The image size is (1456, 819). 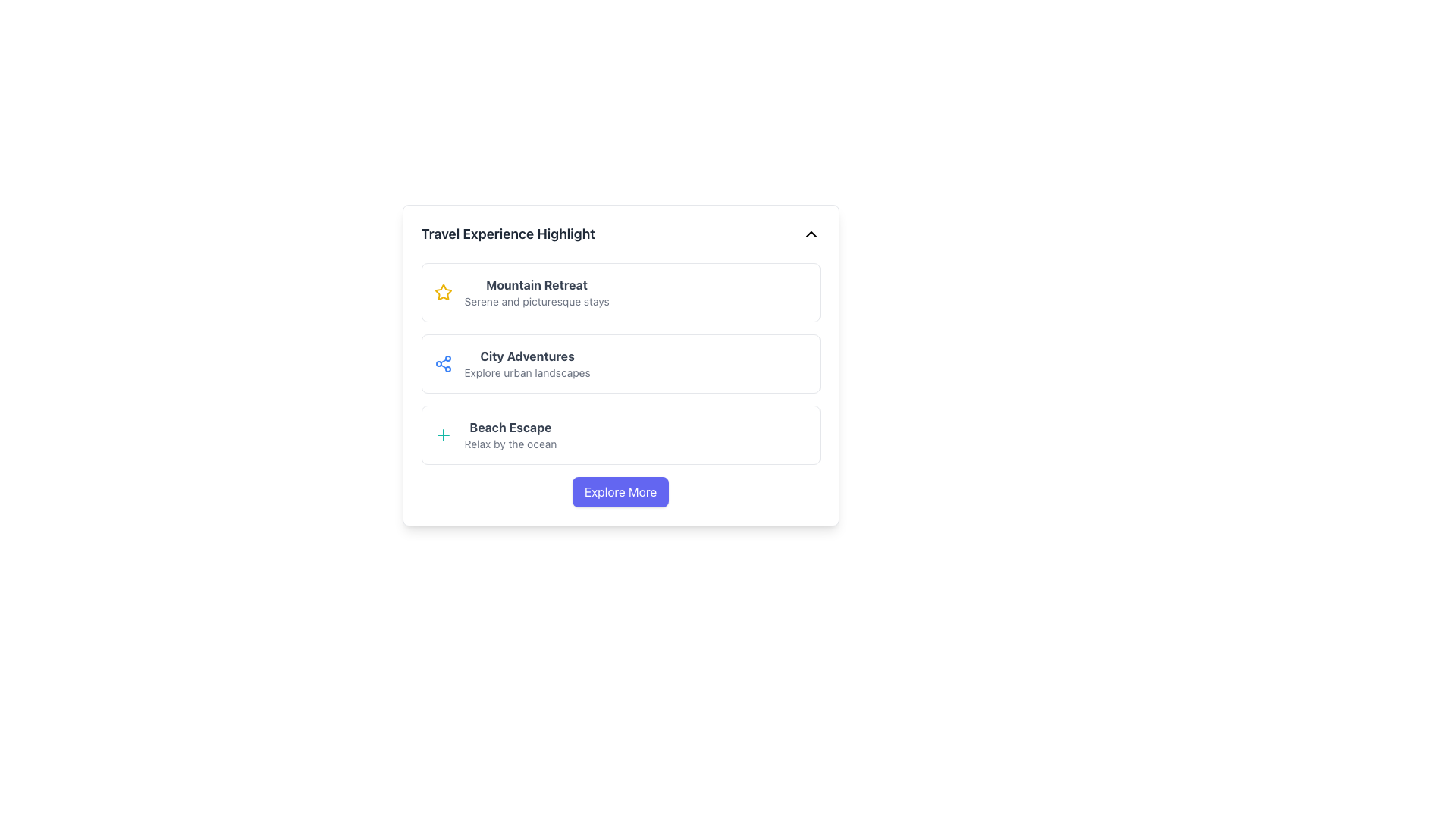 I want to click on the text element displaying 'Serene and picturesque stays', which is styled as small gray text and positioned below the heading 'Mountain Retreat', so click(x=537, y=301).